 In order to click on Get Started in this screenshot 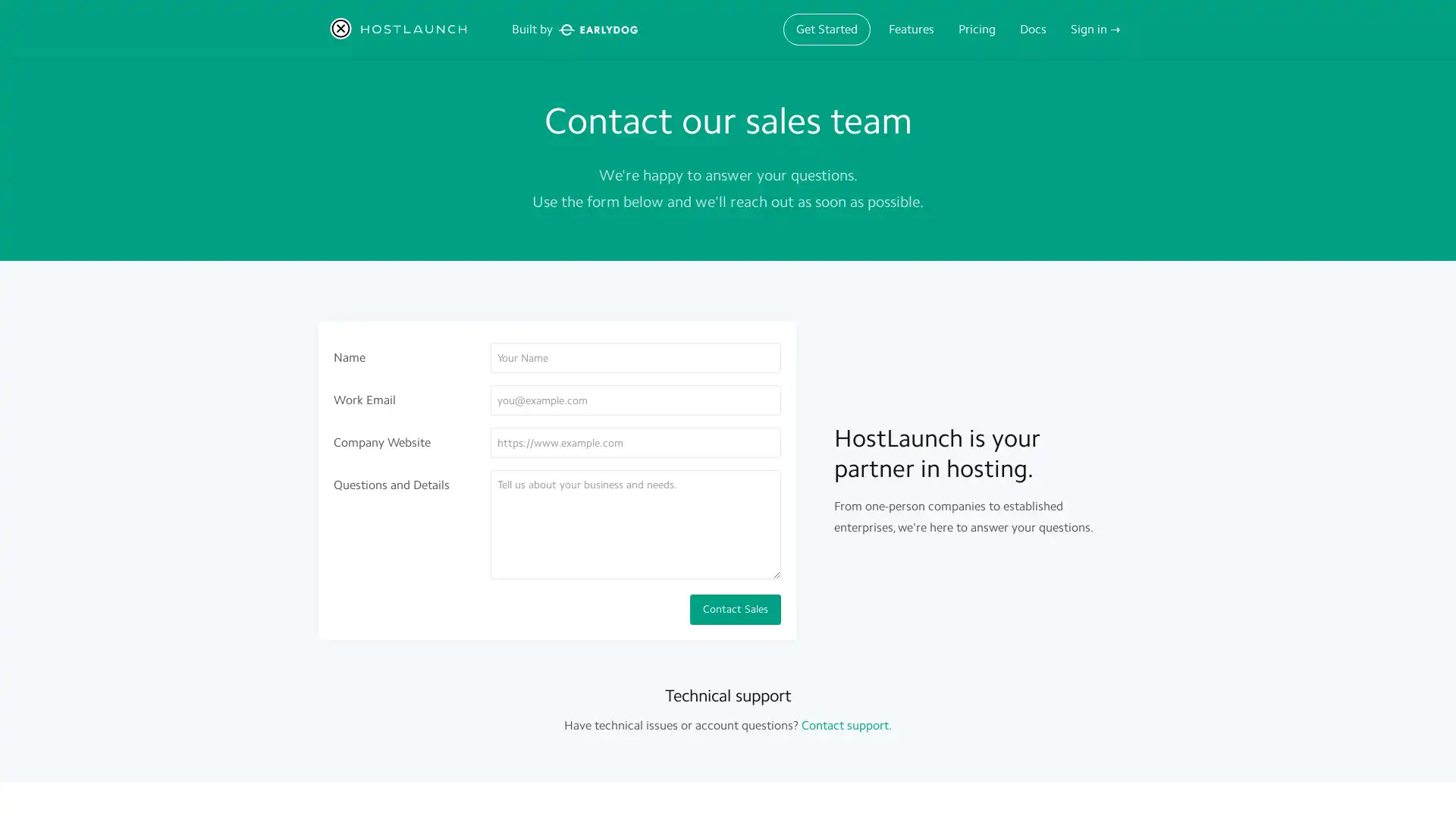, I will do `click(826, 29)`.